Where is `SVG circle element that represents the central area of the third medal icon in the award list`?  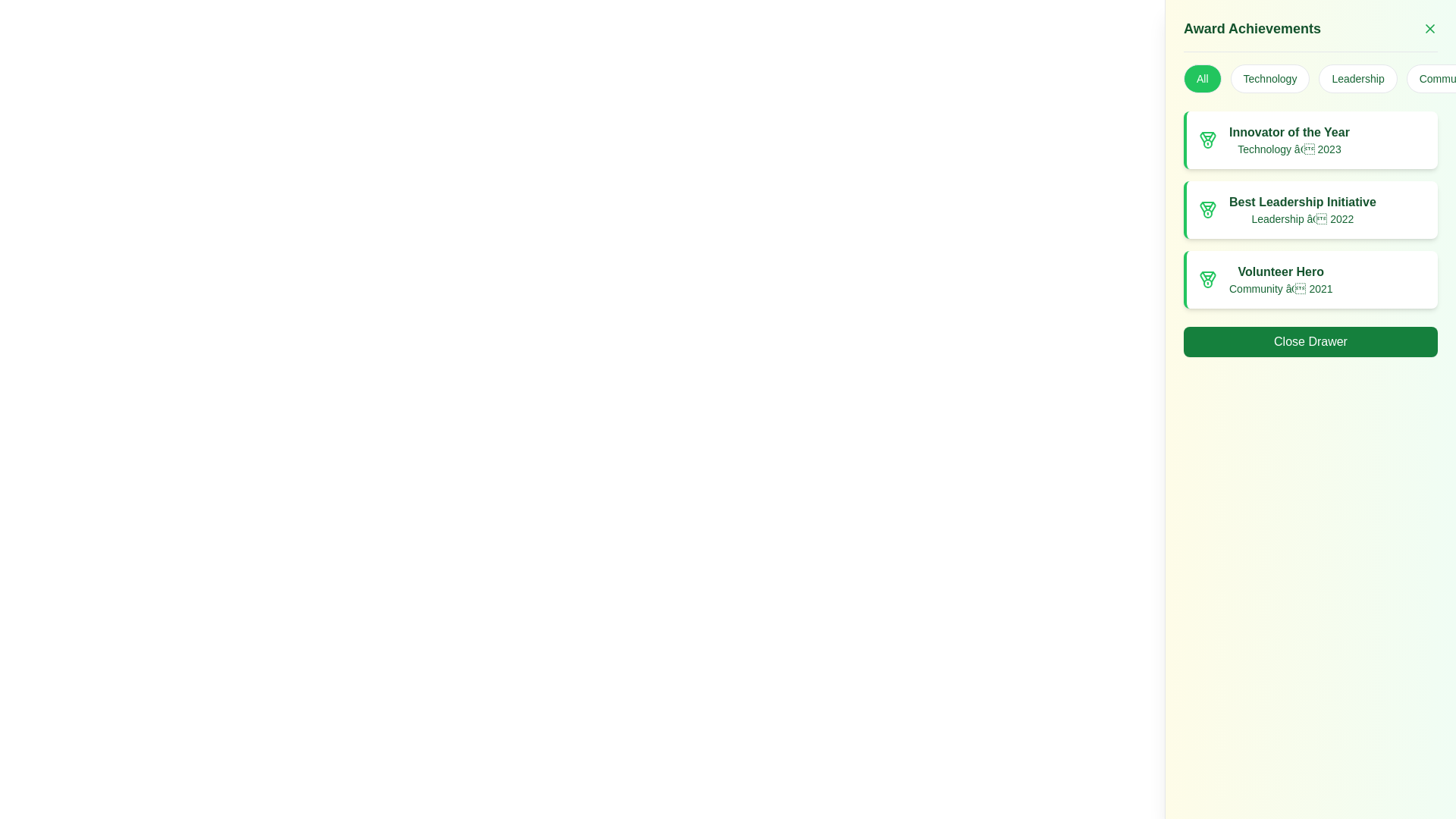 SVG circle element that represents the central area of the third medal icon in the award list is located at coordinates (1207, 284).